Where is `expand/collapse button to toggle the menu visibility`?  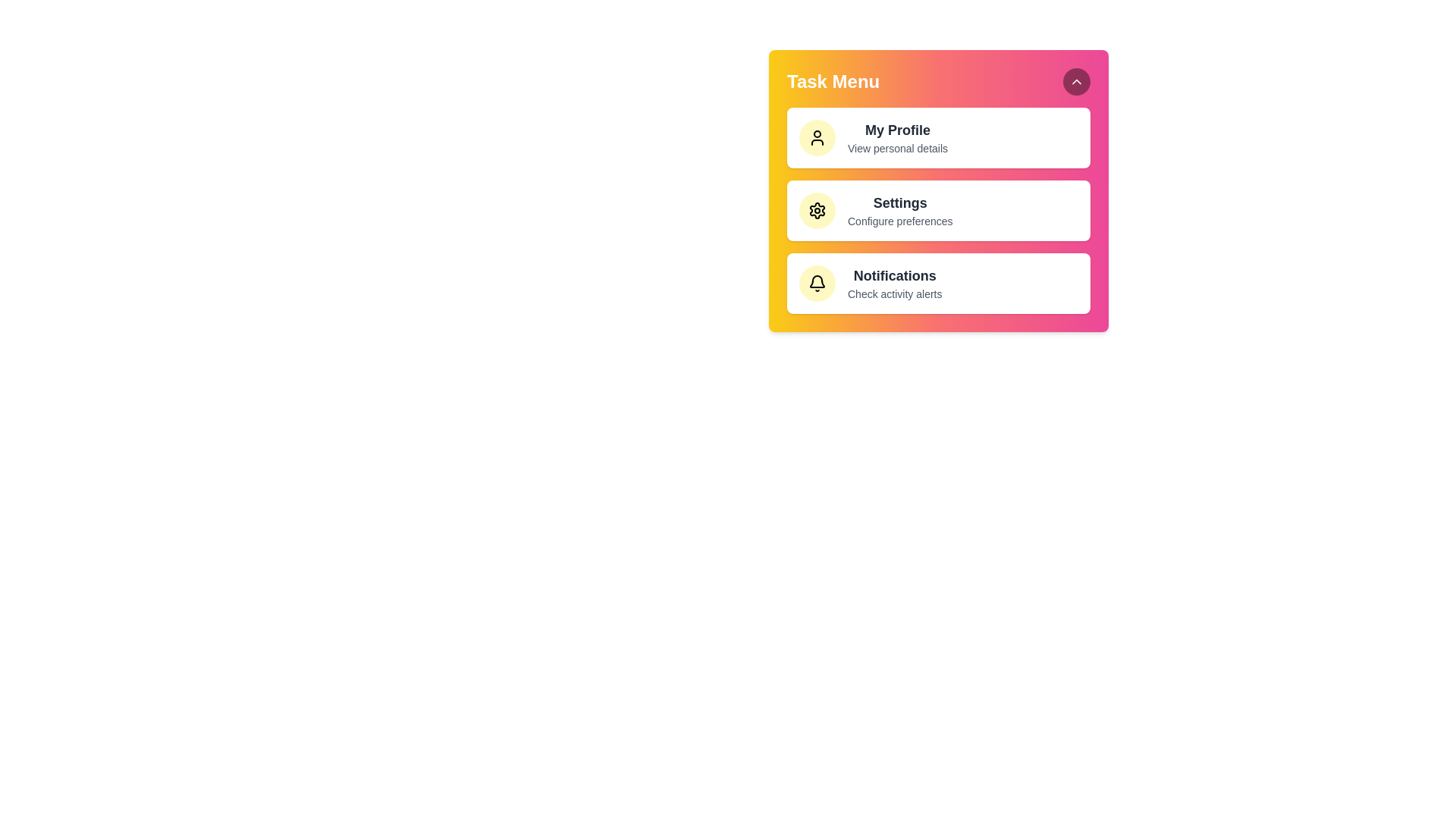
expand/collapse button to toggle the menu visibility is located at coordinates (1076, 82).